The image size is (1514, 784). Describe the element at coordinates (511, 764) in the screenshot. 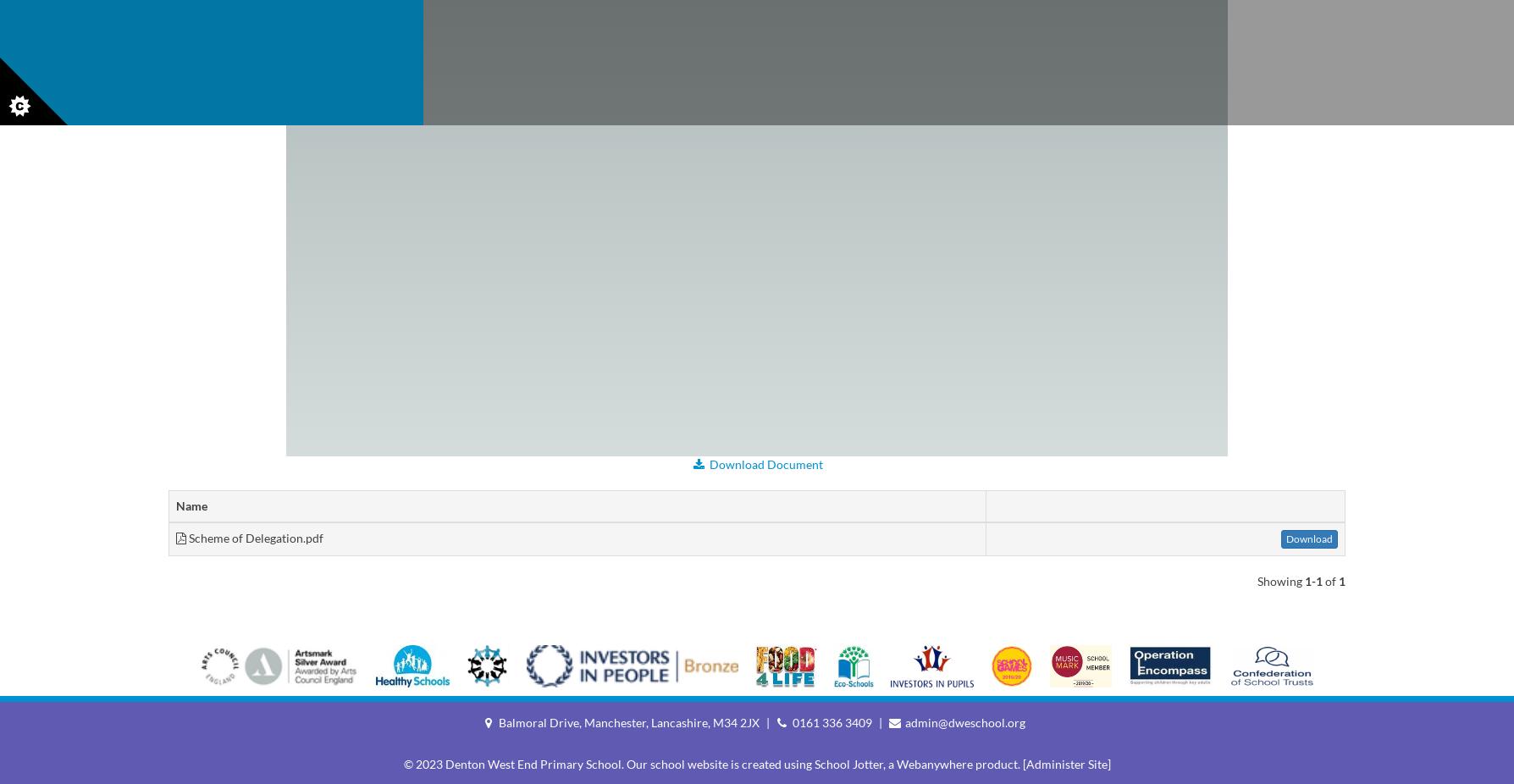

I see `'© 2023 Denton West End Primary School'` at that location.